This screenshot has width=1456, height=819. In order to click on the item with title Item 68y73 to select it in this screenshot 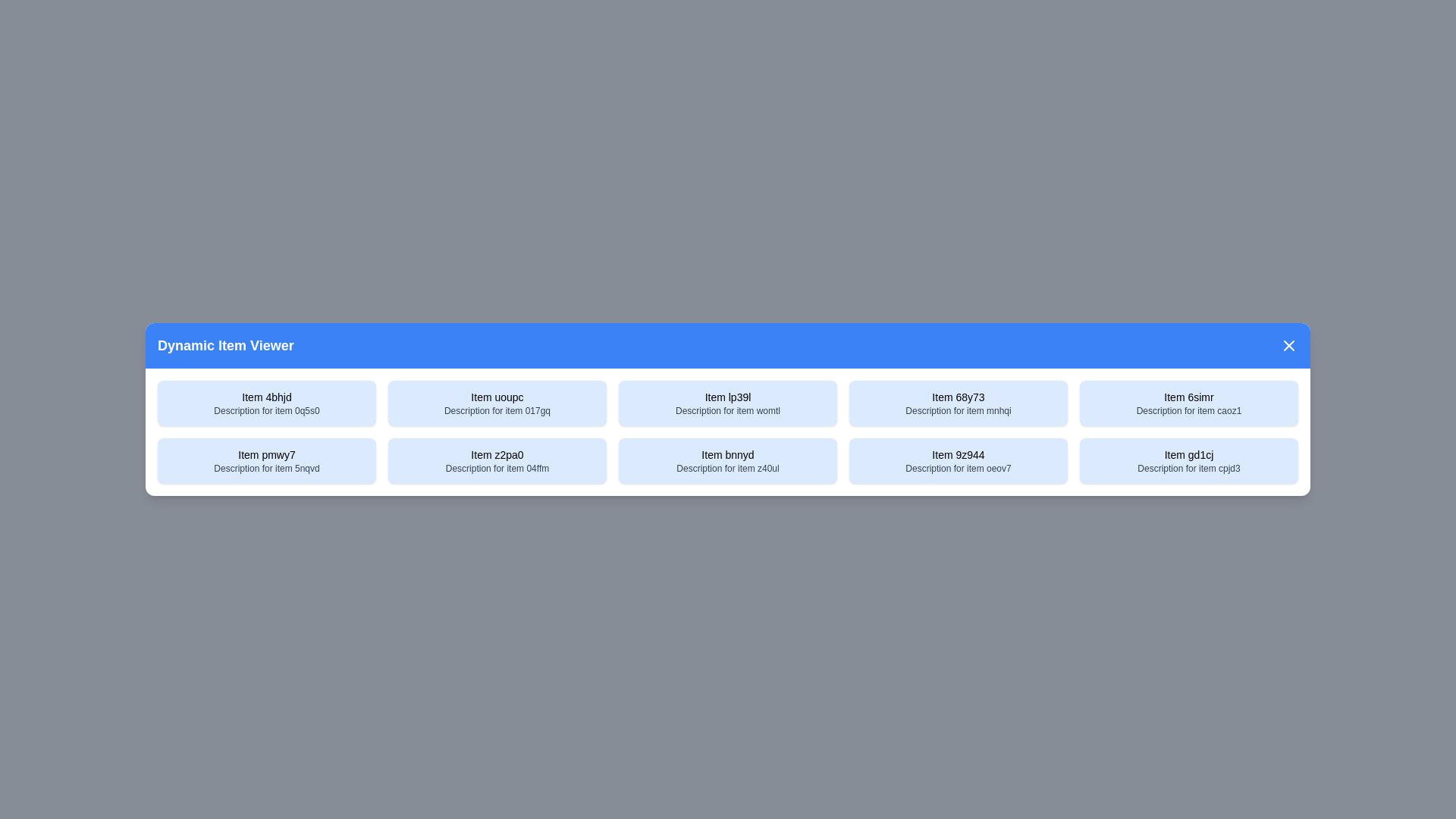, I will do `click(957, 403)`.